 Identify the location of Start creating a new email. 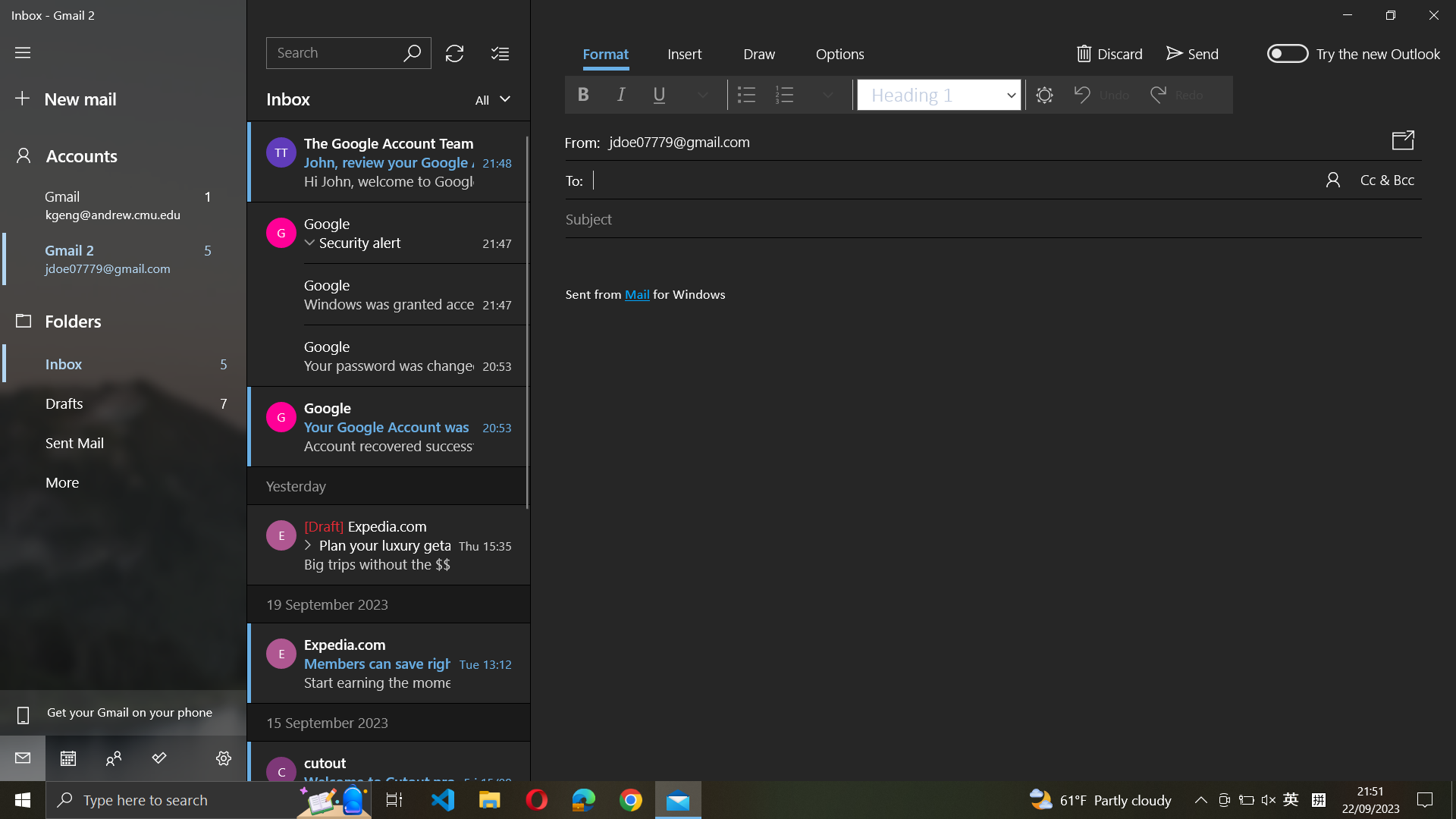
(125, 99).